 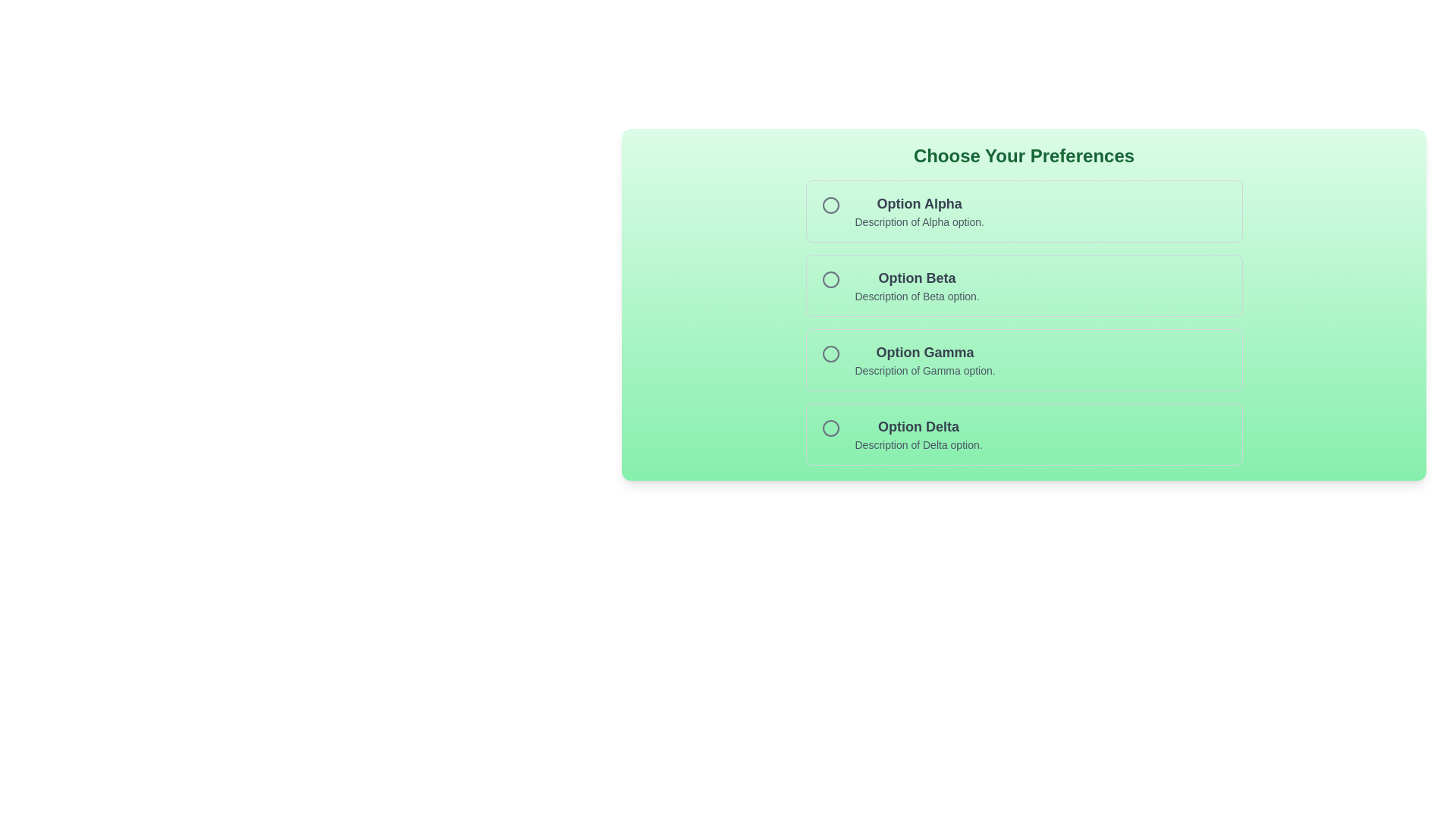 I want to click on the text block titled 'Option Delta' which is styled with bold text and a green background, located at the bottom of the fourth option group in the vertically stacked list, so click(x=918, y=435).